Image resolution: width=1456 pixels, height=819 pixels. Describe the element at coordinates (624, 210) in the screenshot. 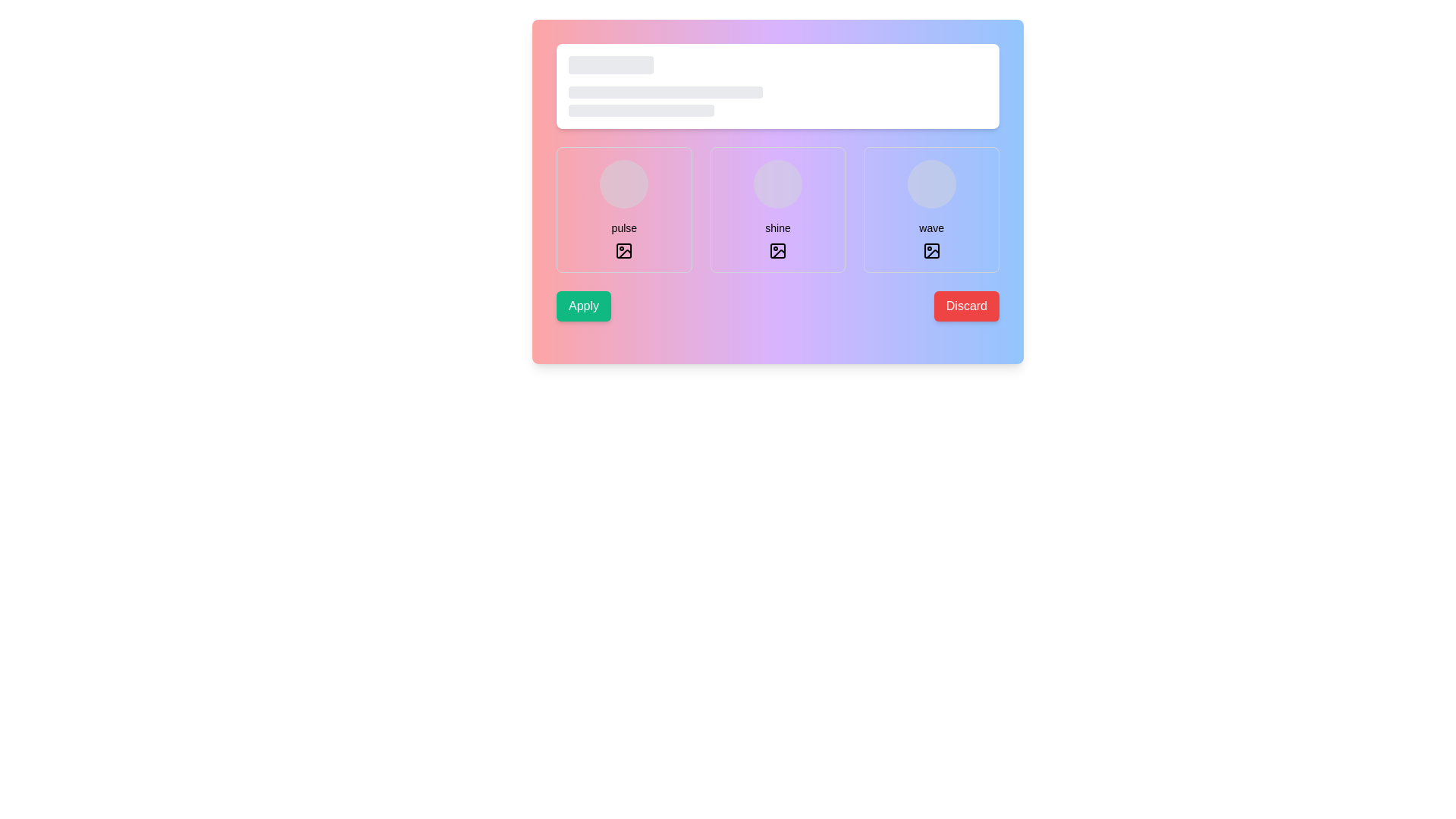

I see `the leftmost selectable card in the menu` at that location.